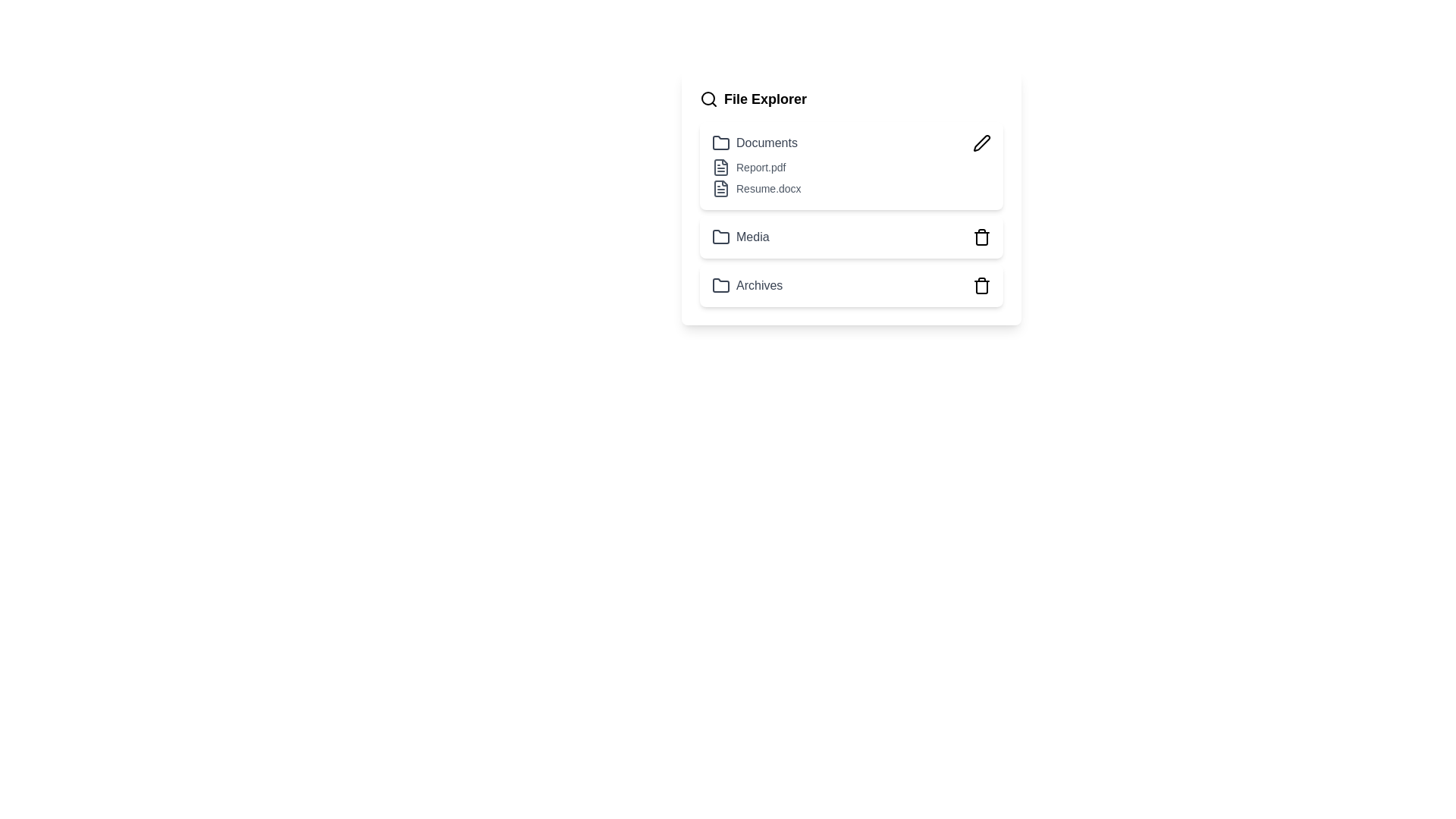  Describe the element at coordinates (852, 286) in the screenshot. I see `the 'Archives' section, which is the fourth item in the vertical arrangement under 'File Explorer'` at that location.